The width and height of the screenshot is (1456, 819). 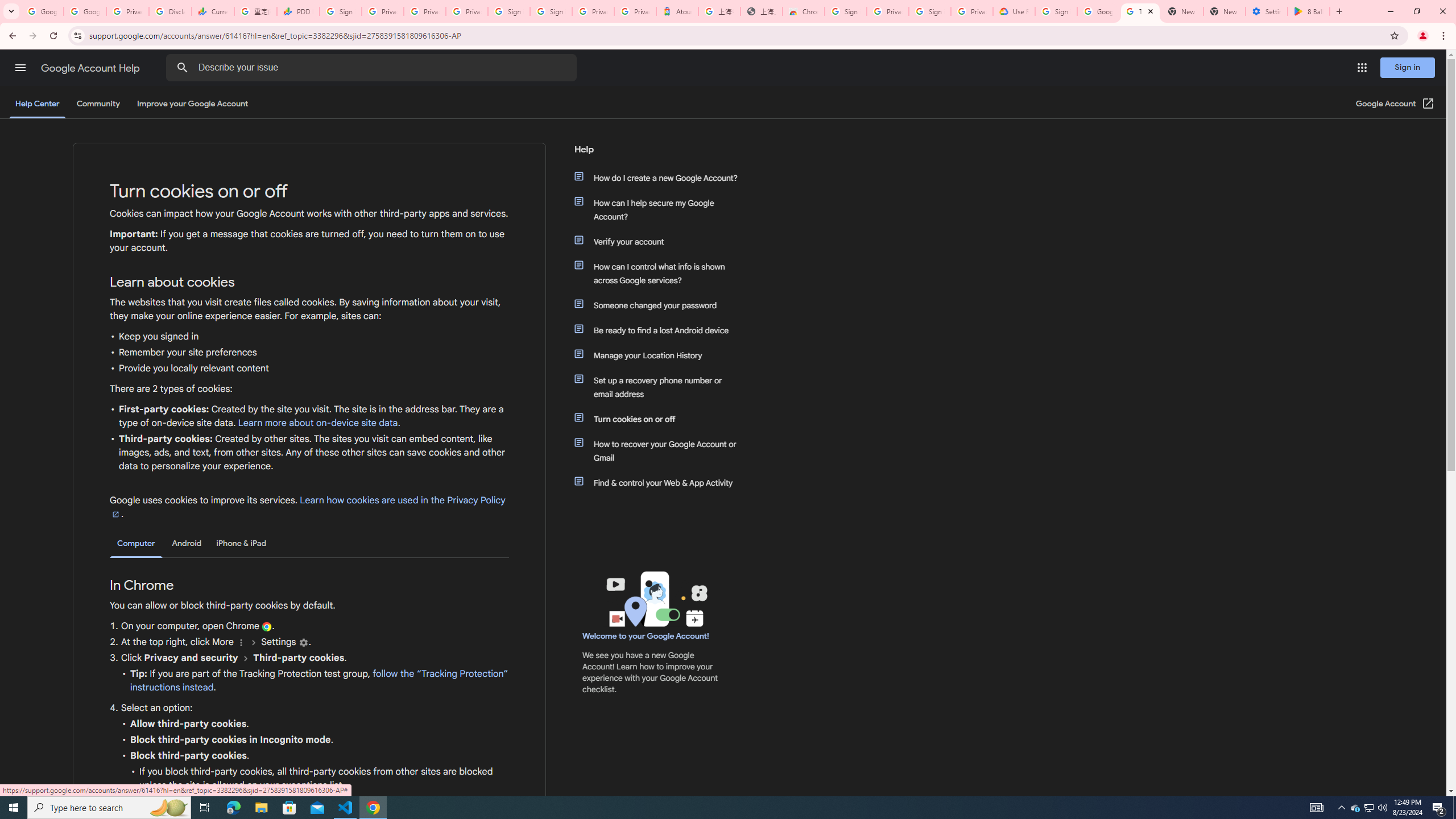 What do you see at coordinates (677, 11) in the screenshot?
I see `'Atour Hotel - Google hotels'` at bounding box center [677, 11].